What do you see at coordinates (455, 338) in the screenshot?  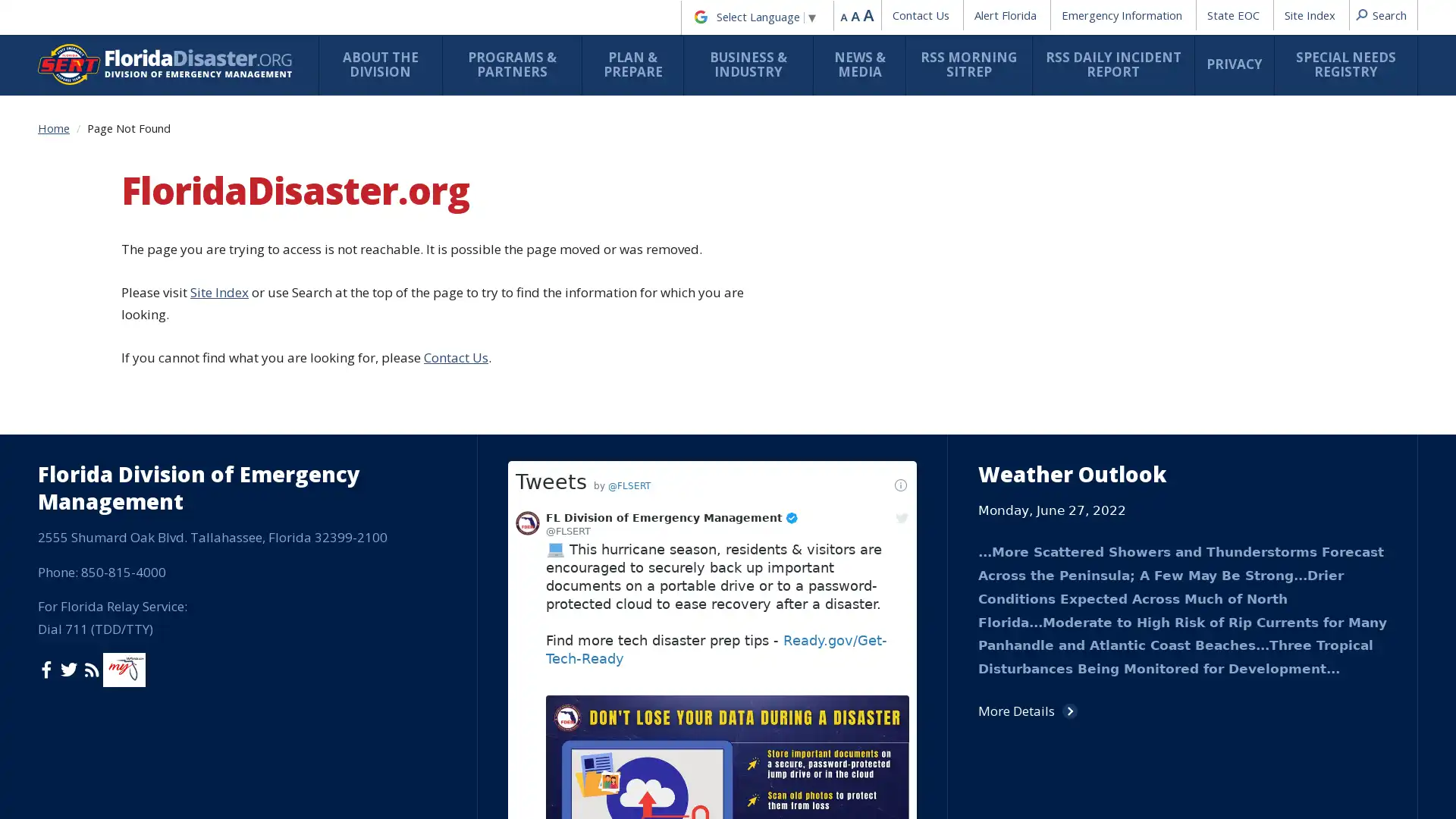 I see `Toggle More` at bounding box center [455, 338].